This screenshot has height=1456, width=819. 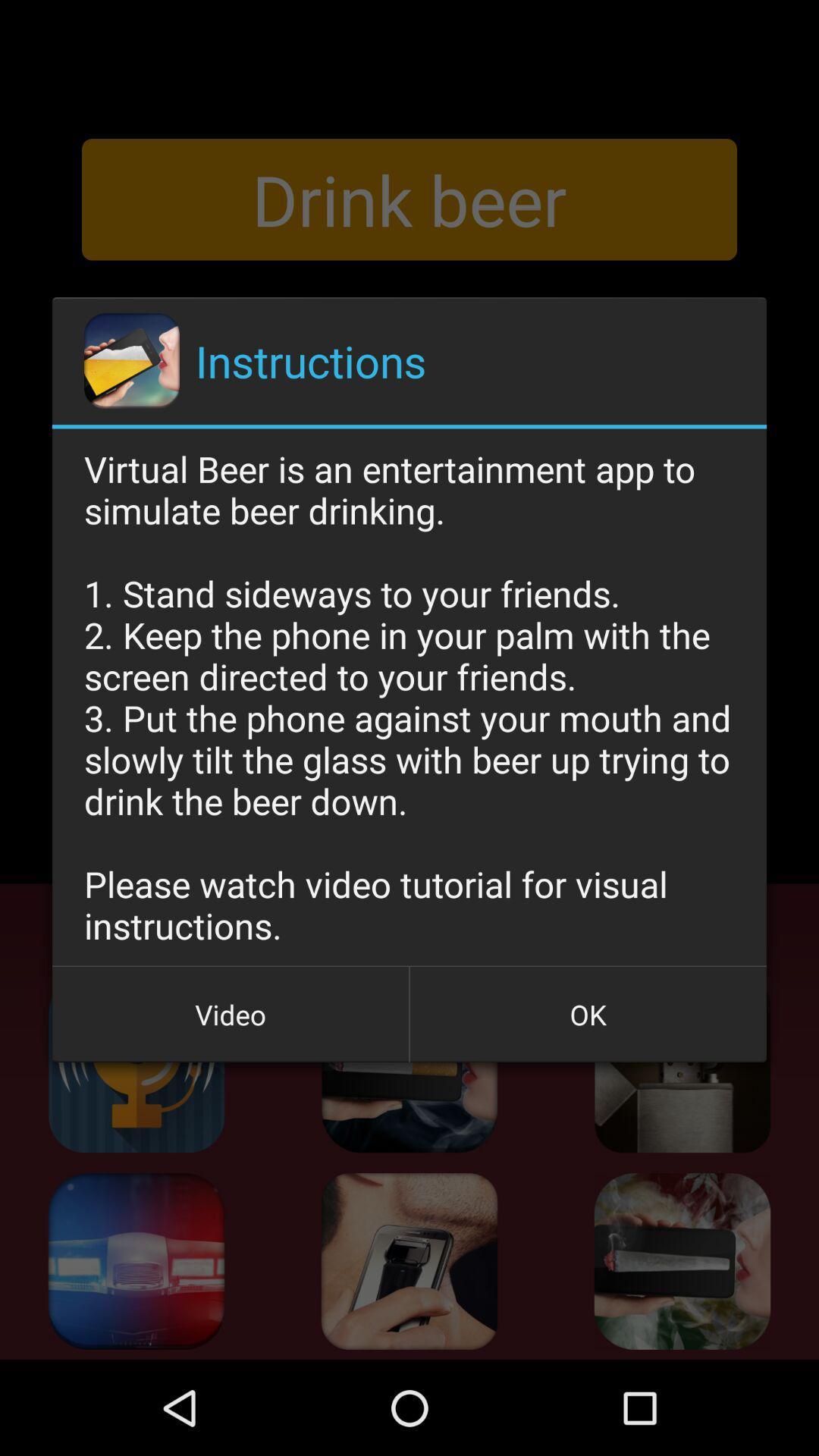 What do you see at coordinates (231, 1015) in the screenshot?
I see `button next to the ok` at bounding box center [231, 1015].